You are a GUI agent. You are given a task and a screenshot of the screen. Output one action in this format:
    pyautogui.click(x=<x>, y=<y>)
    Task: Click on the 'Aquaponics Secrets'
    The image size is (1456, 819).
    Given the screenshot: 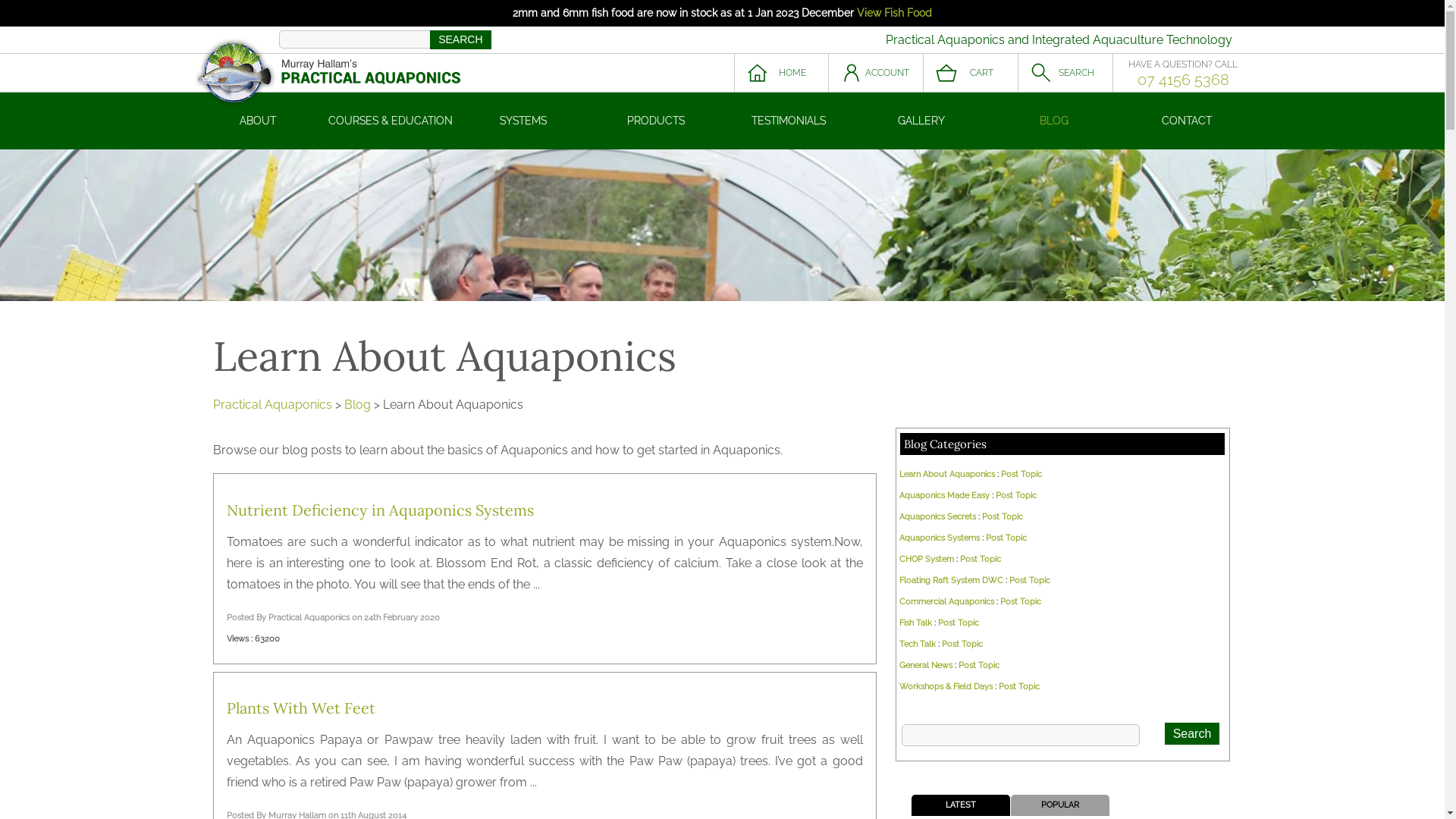 What is the action you would take?
    pyautogui.click(x=937, y=516)
    